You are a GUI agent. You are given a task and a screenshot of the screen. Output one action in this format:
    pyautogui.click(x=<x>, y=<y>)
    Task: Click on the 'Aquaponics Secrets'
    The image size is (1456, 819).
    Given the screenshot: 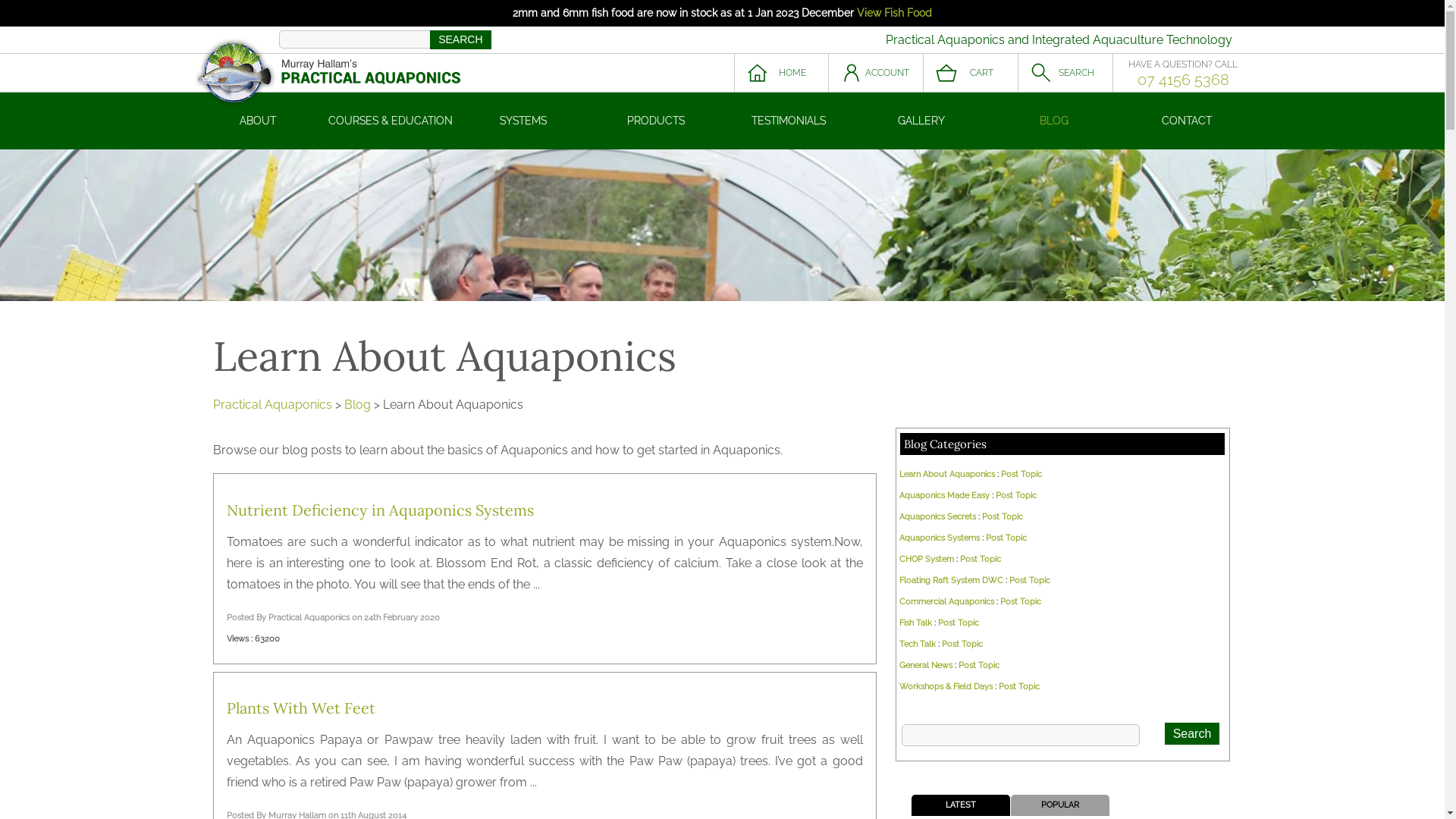 What is the action you would take?
    pyautogui.click(x=937, y=516)
    